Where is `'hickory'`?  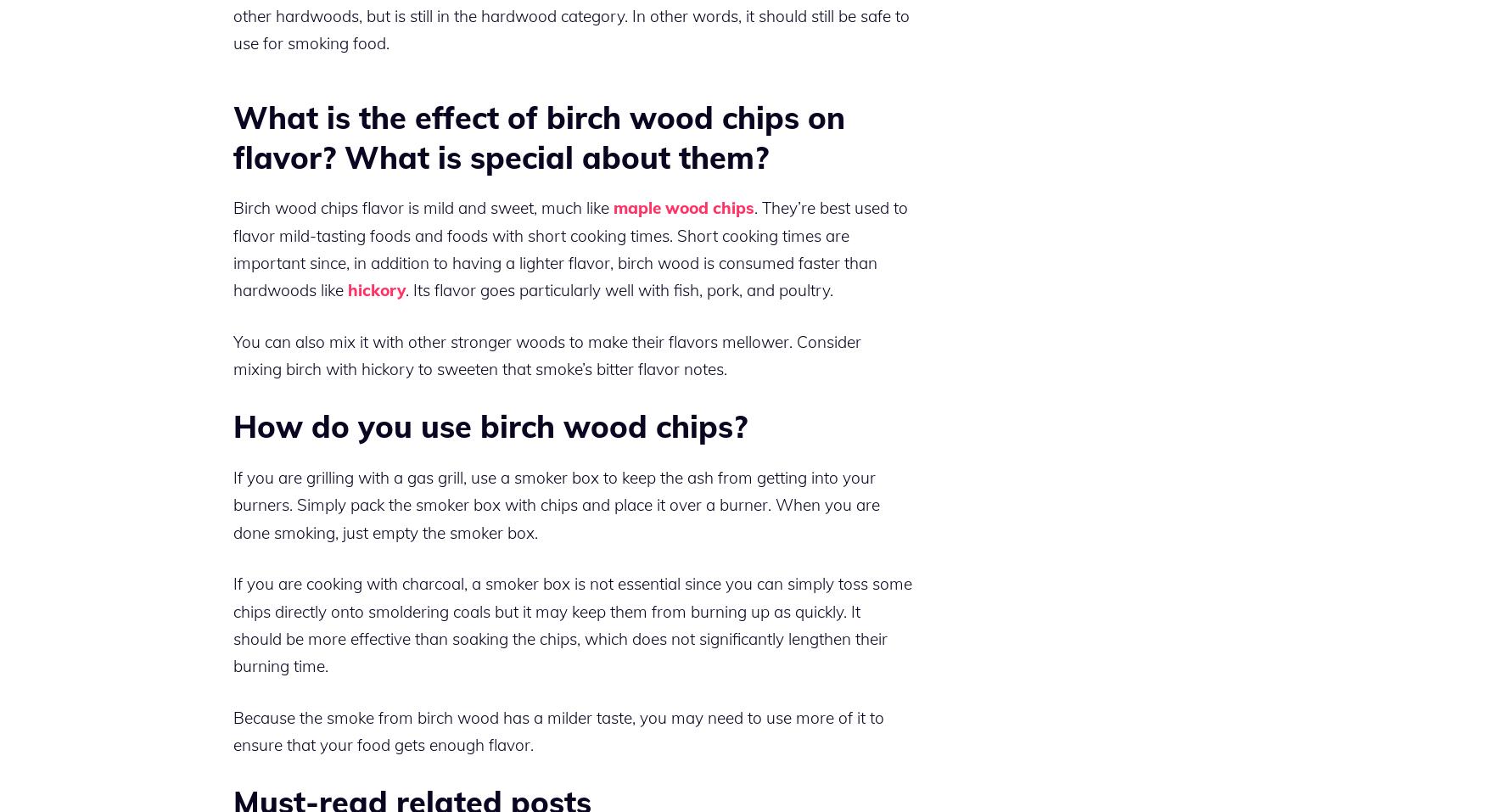 'hickory' is located at coordinates (376, 290).